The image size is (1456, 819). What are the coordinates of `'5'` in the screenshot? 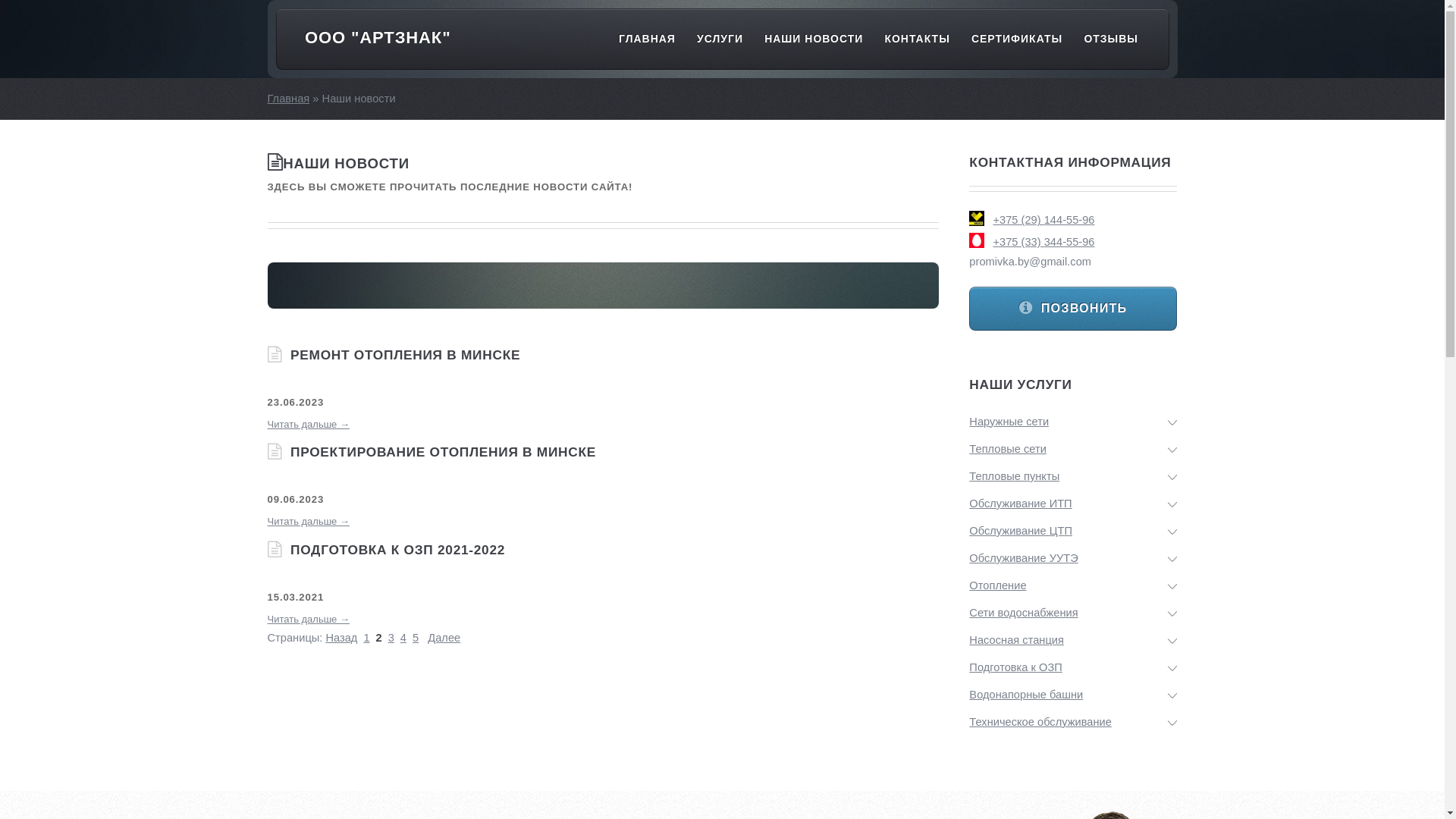 It's located at (415, 637).